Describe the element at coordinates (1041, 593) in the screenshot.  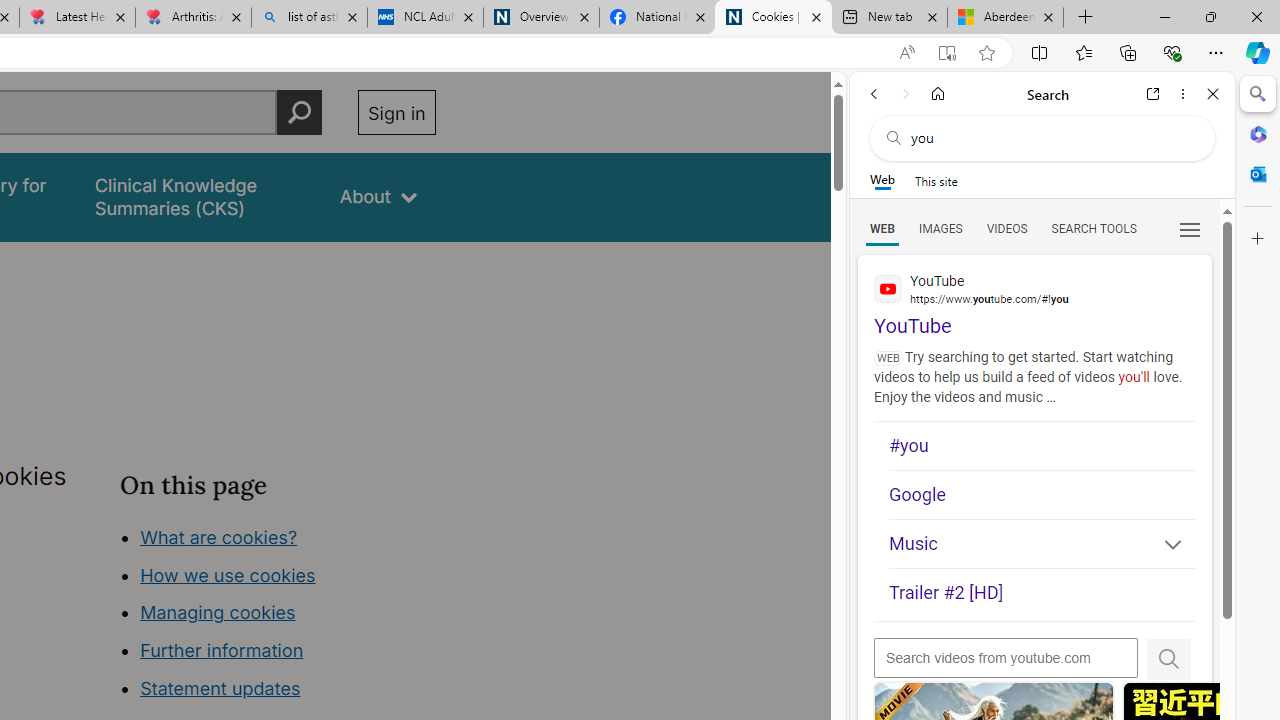
I see `'Trailer #2 [HD]'` at that location.